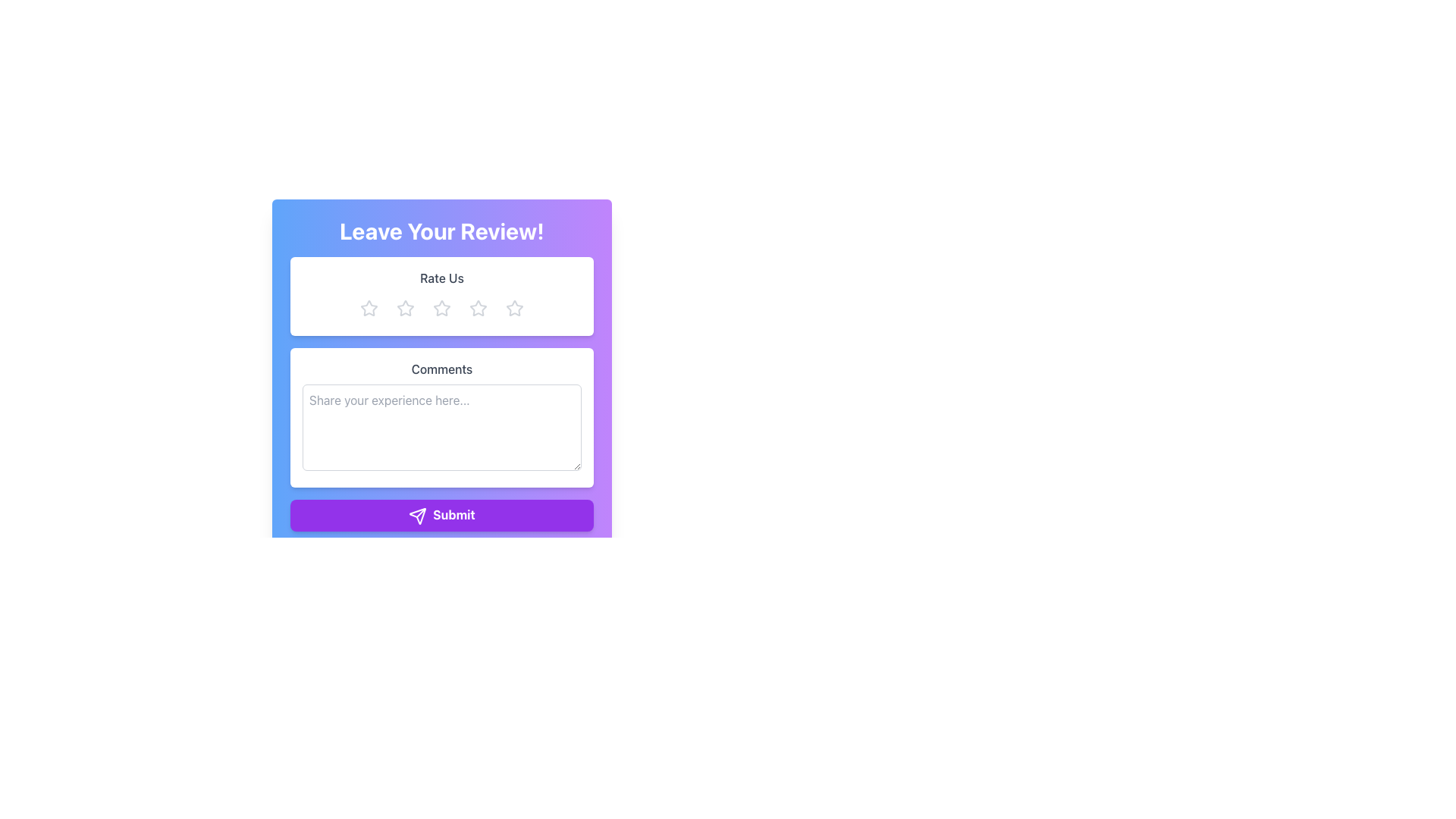  I want to click on the fifth star icon in the rating system to assign a five-star rating, so click(514, 308).